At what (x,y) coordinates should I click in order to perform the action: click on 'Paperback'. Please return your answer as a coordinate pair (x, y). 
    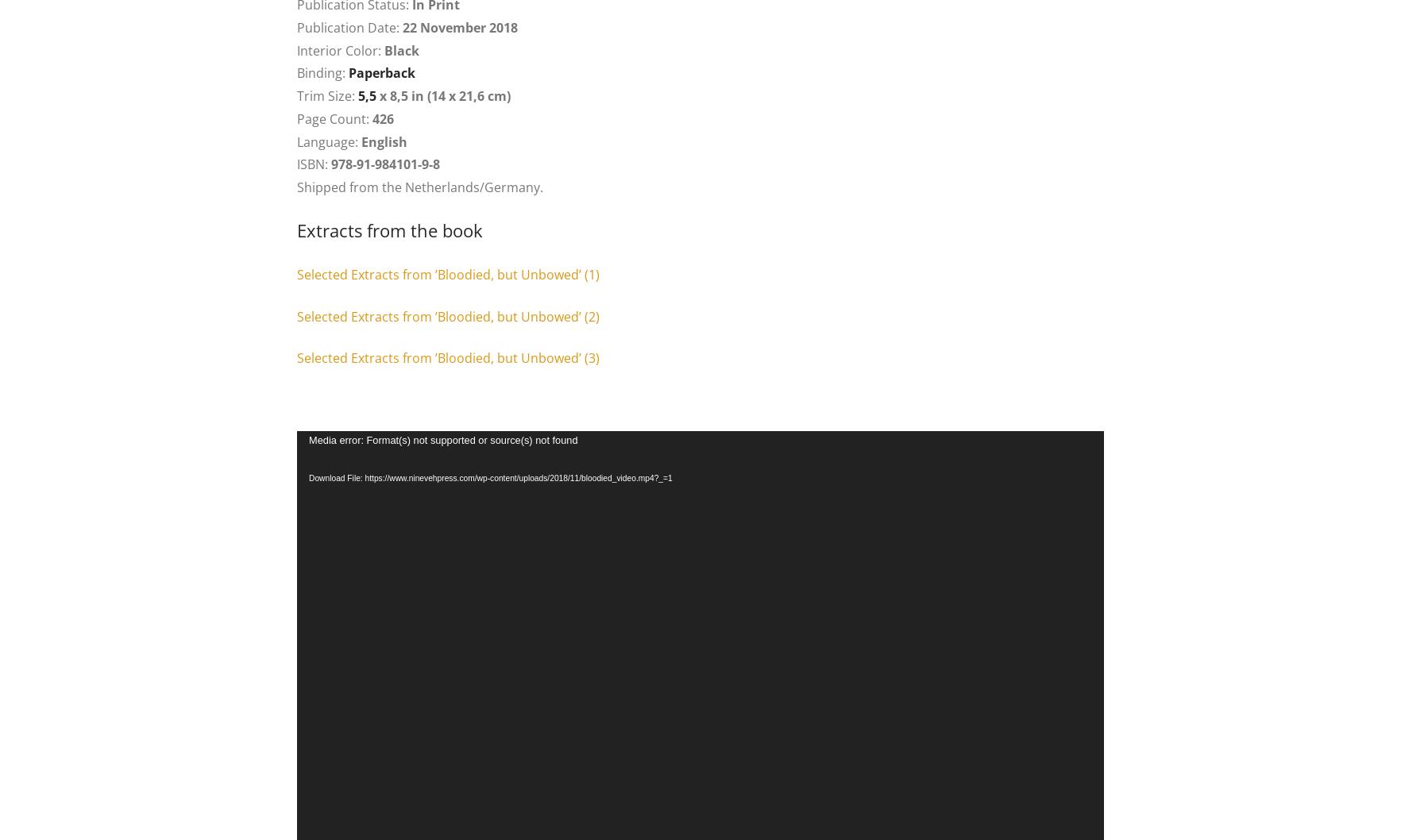
    Looking at the image, I should click on (382, 72).